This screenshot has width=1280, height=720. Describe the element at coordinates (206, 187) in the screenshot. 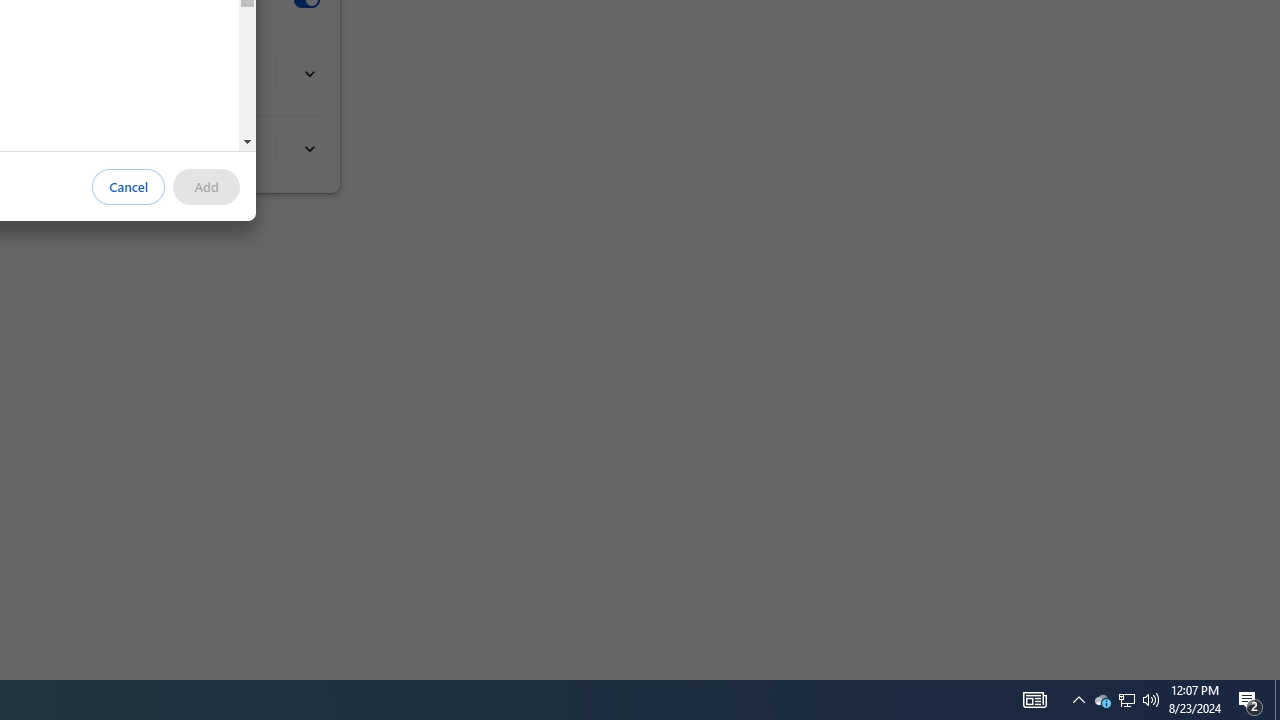

I see `'Add'` at that location.